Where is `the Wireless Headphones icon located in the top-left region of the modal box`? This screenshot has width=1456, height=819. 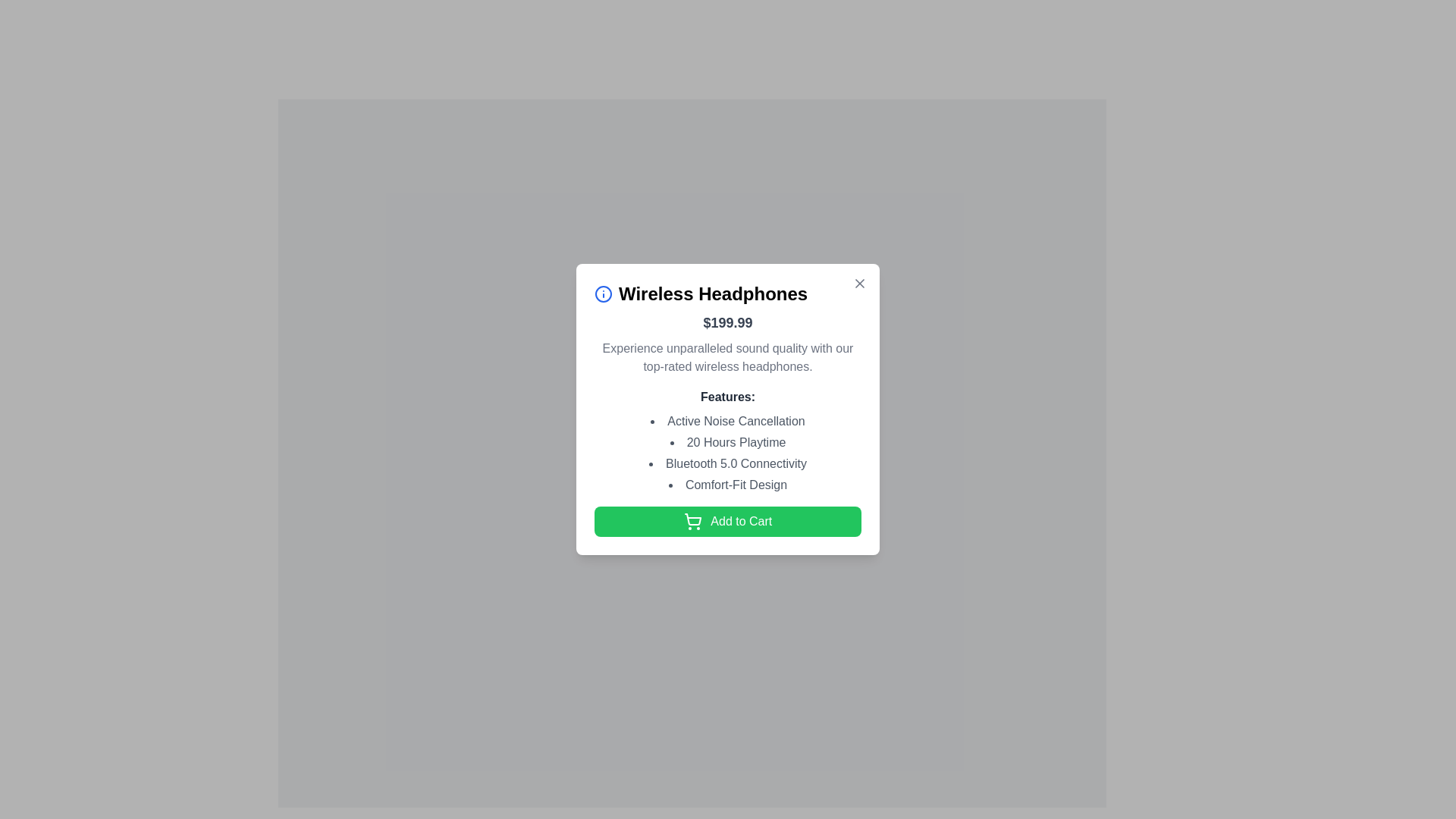
the Wireless Headphones icon located in the top-left region of the modal box is located at coordinates (603, 293).